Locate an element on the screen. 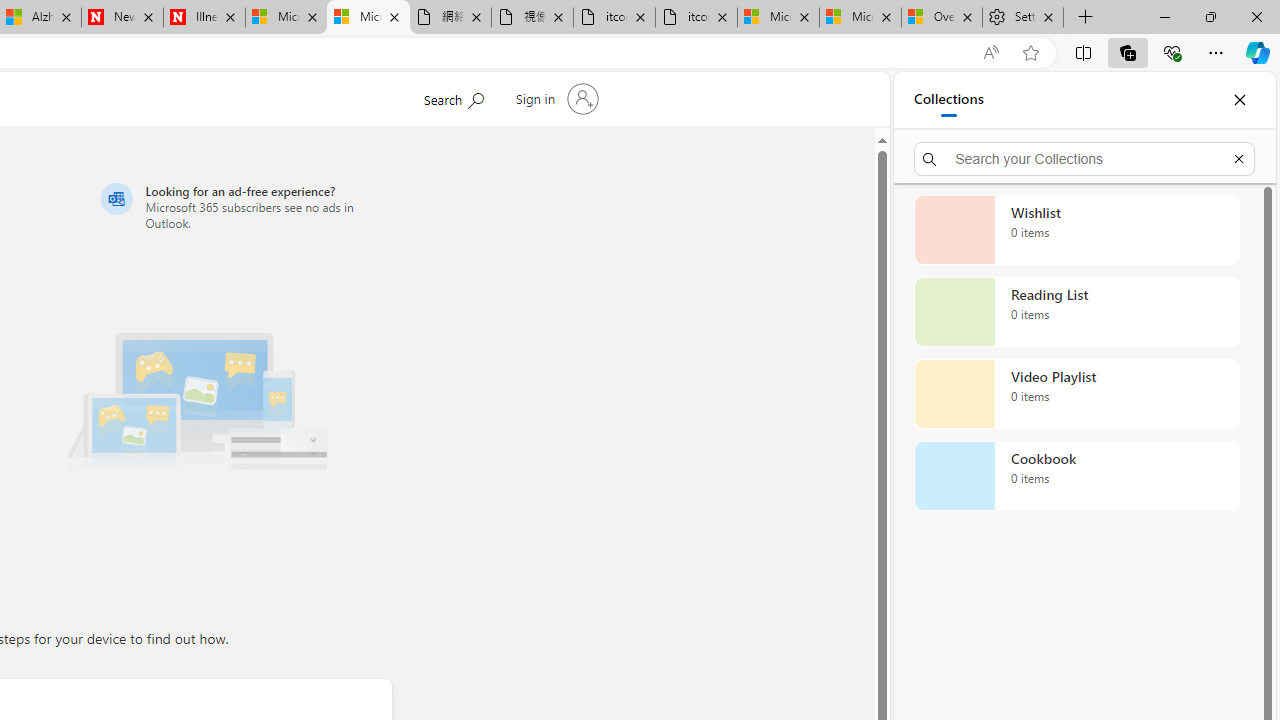  'Cookbook collection, 0 items' is located at coordinates (1076, 475).